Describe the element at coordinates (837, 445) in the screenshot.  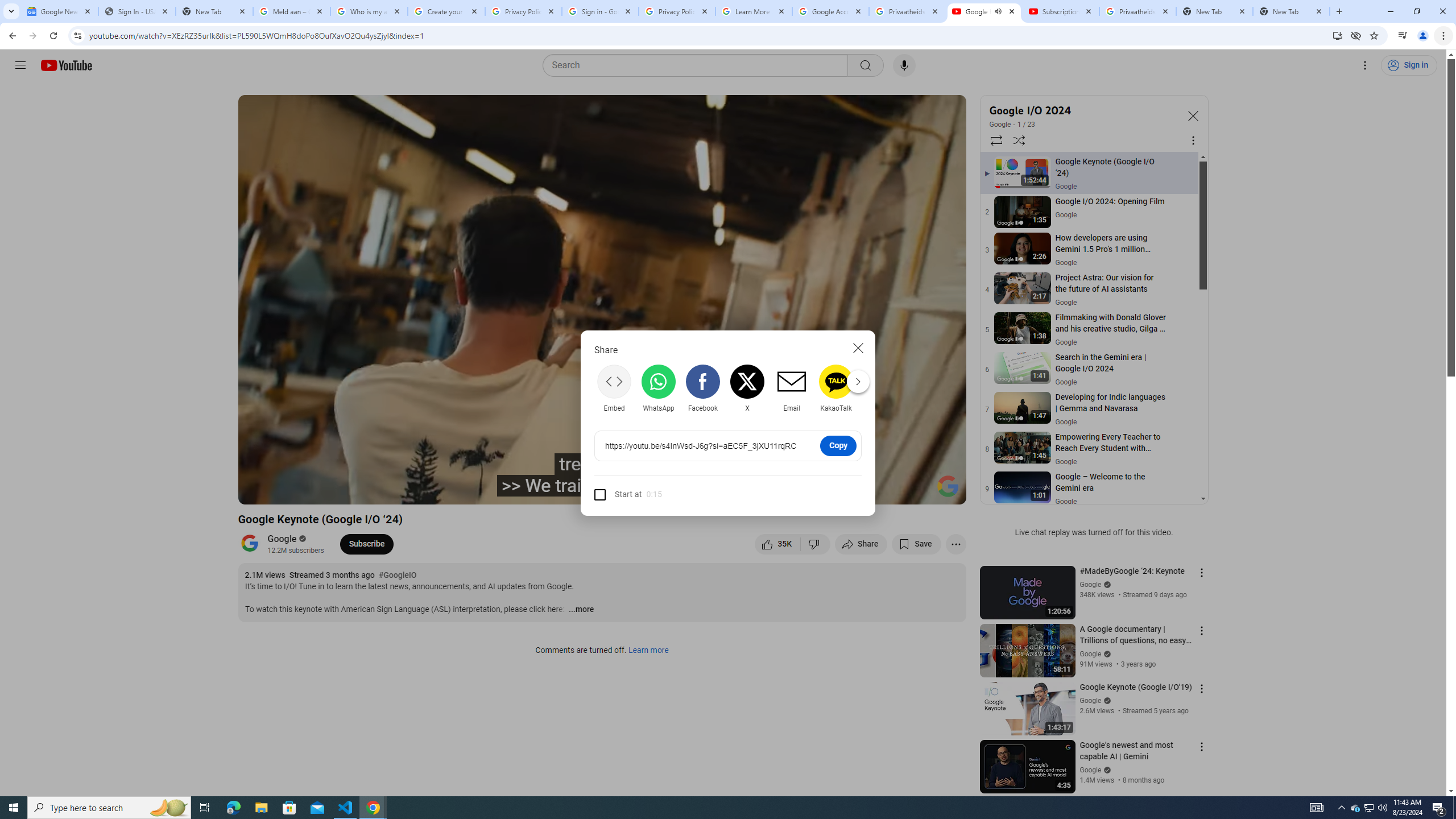
I see `'Copy'` at that location.